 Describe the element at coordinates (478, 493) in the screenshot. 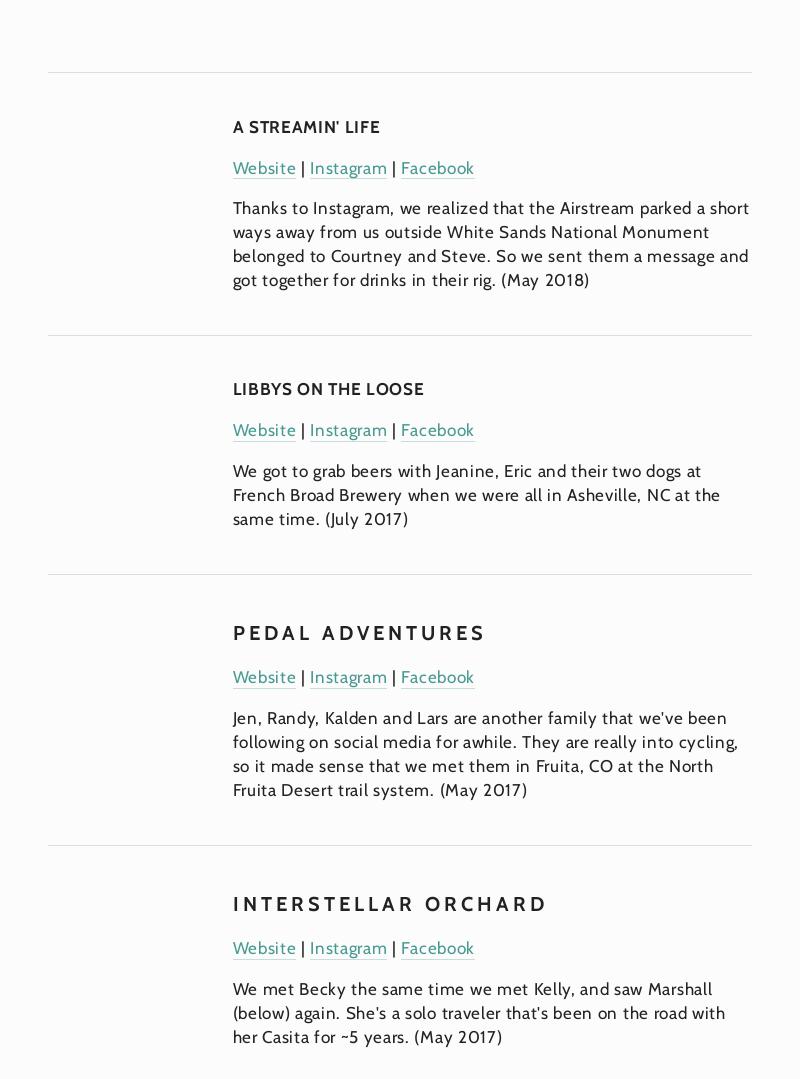

I see `'We got to grab beers with Jeanine, Eric and their two dogs at French Broad Brewery when we were all in Asheville, NC at the same time. (July 2017)'` at that location.